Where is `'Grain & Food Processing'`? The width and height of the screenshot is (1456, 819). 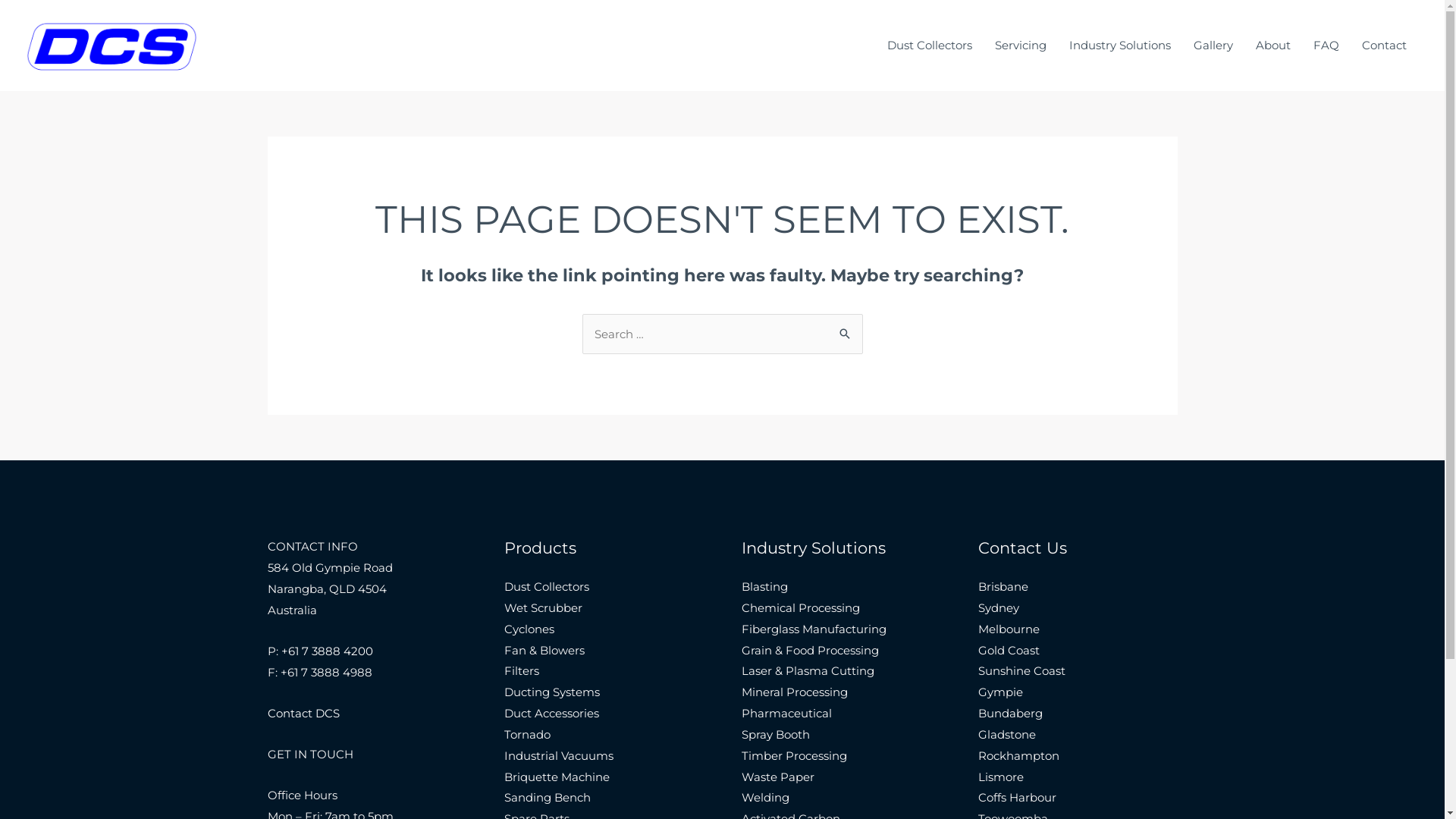 'Grain & Food Processing' is located at coordinates (809, 649).